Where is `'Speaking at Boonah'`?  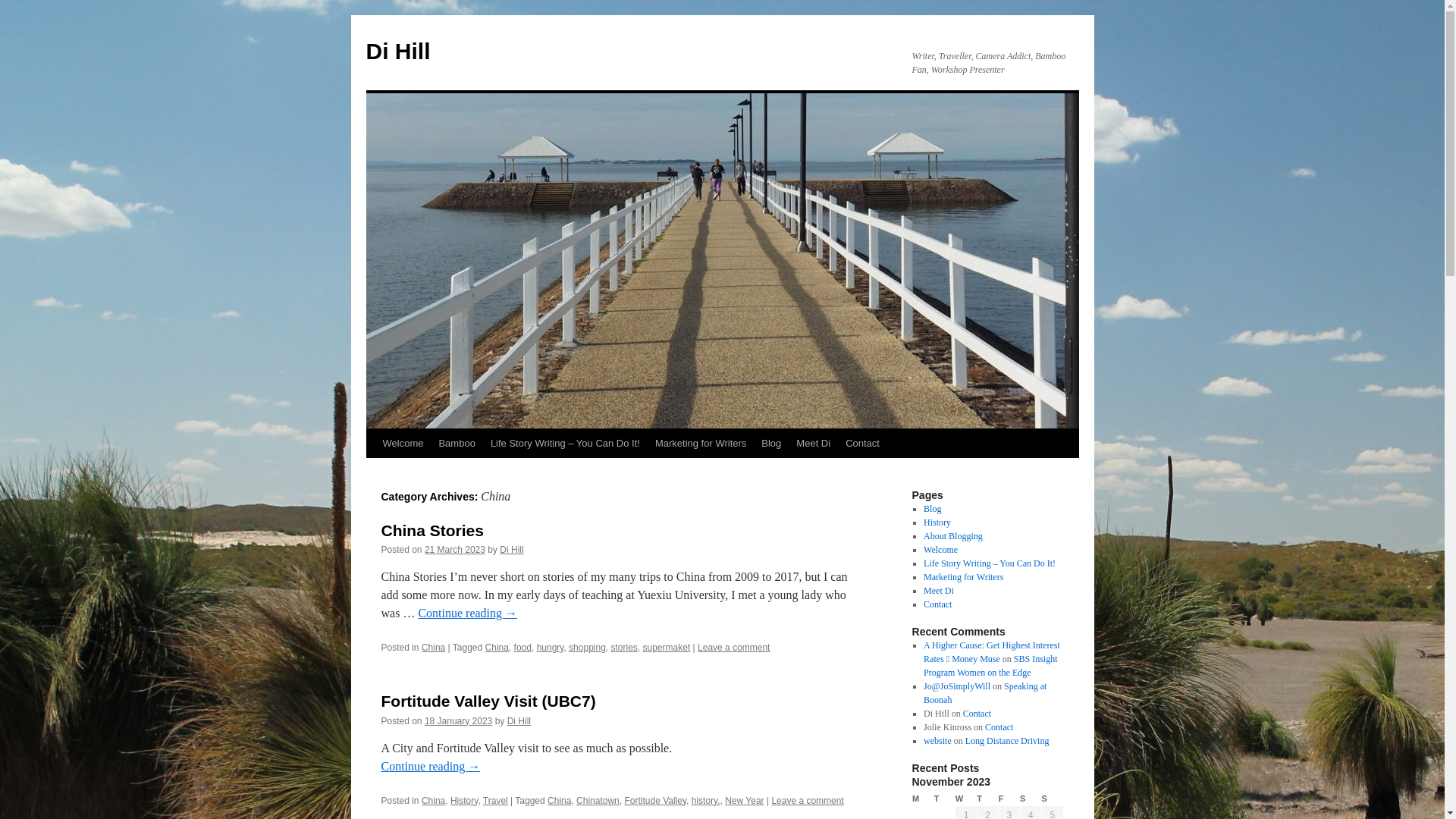 'Speaking at Boonah' is located at coordinates (985, 693).